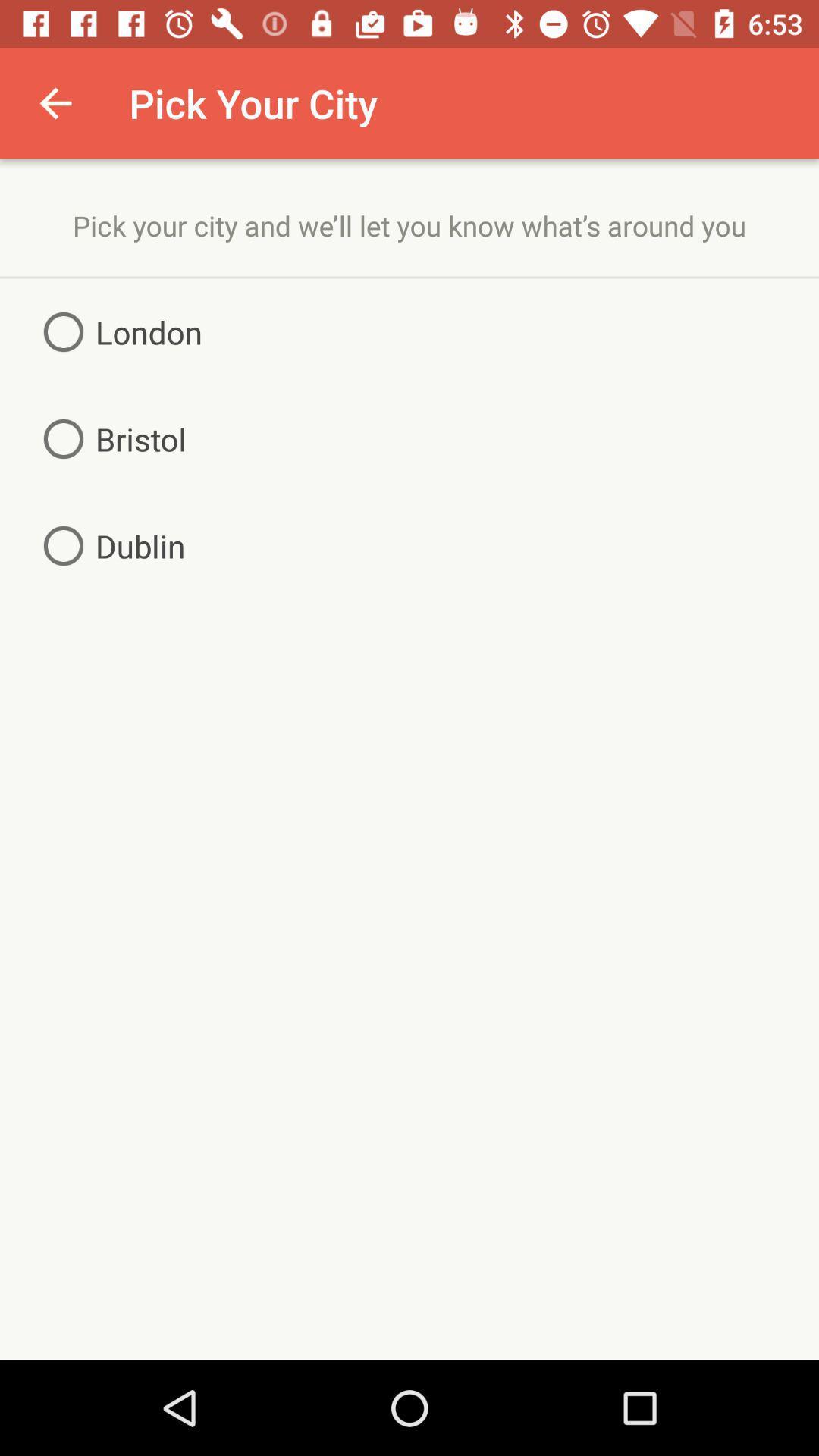 This screenshot has height=1456, width=819. What do you see at coordinates (116, 331) in the screenshot?
I see `the london` at bounding box center [116, 331].